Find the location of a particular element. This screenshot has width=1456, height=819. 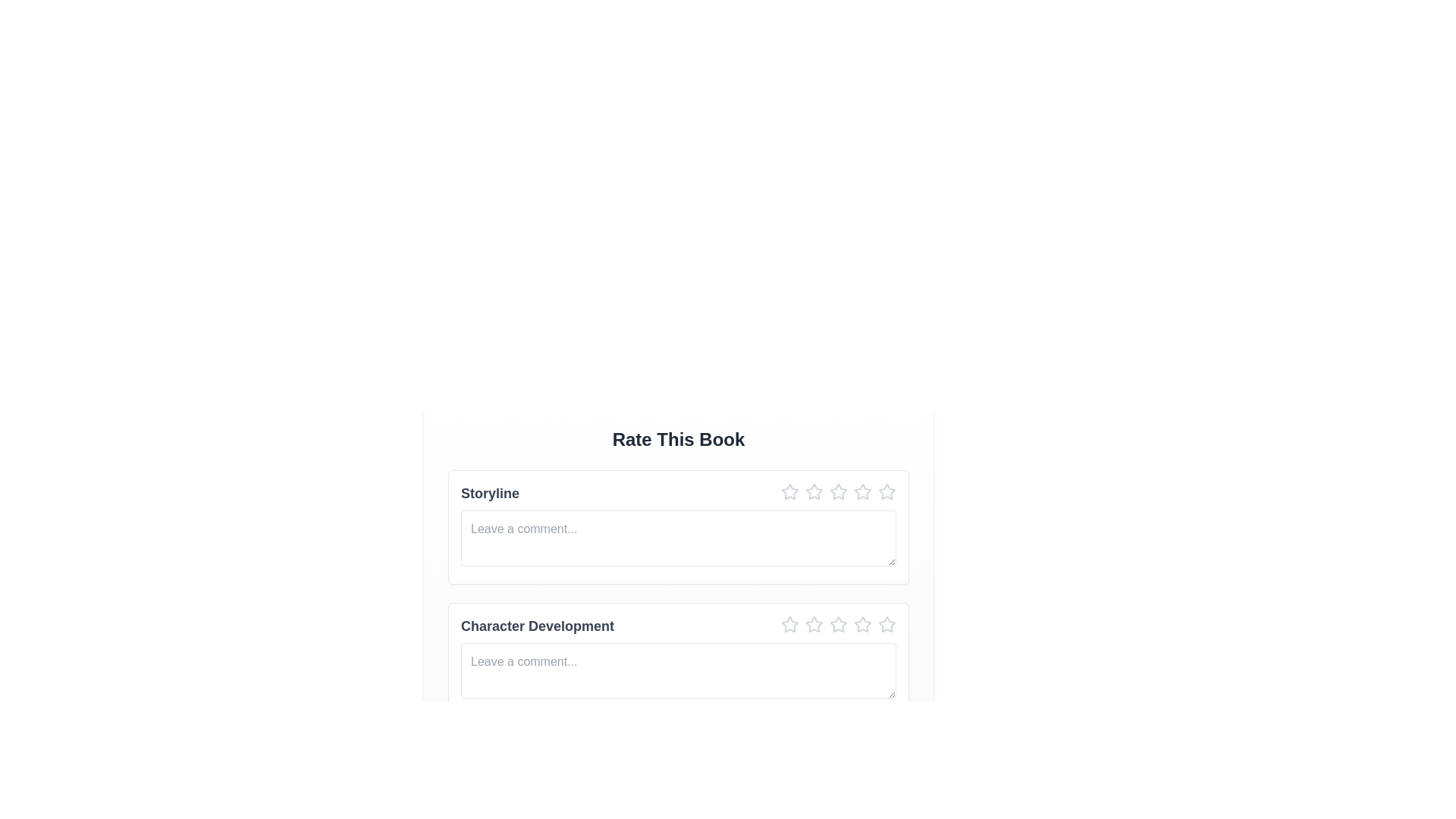

the fourth star icon in the Rating section is located at coordinates (837, 491).